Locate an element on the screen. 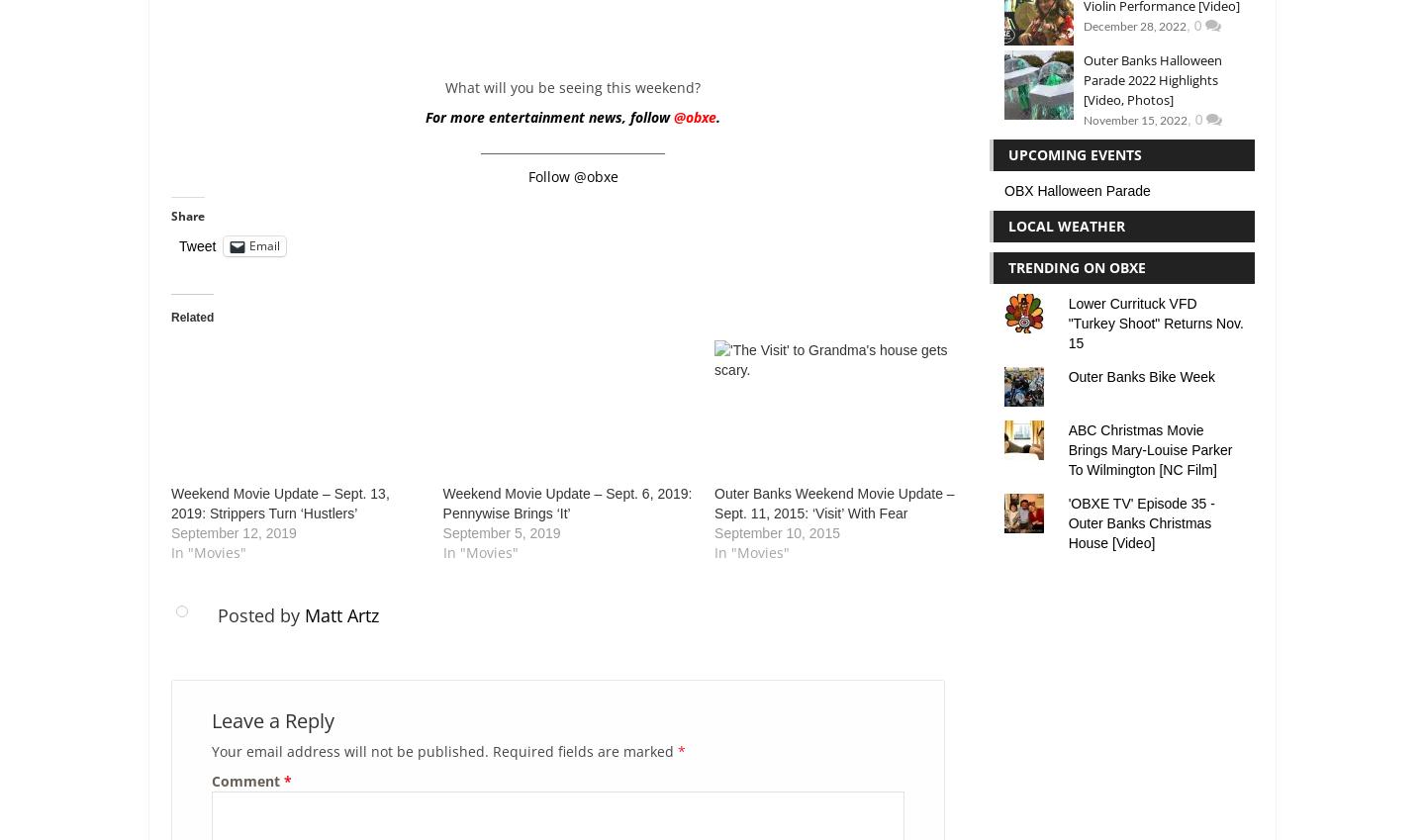  'Leave a Reply' is located at coordinates (211, 720).